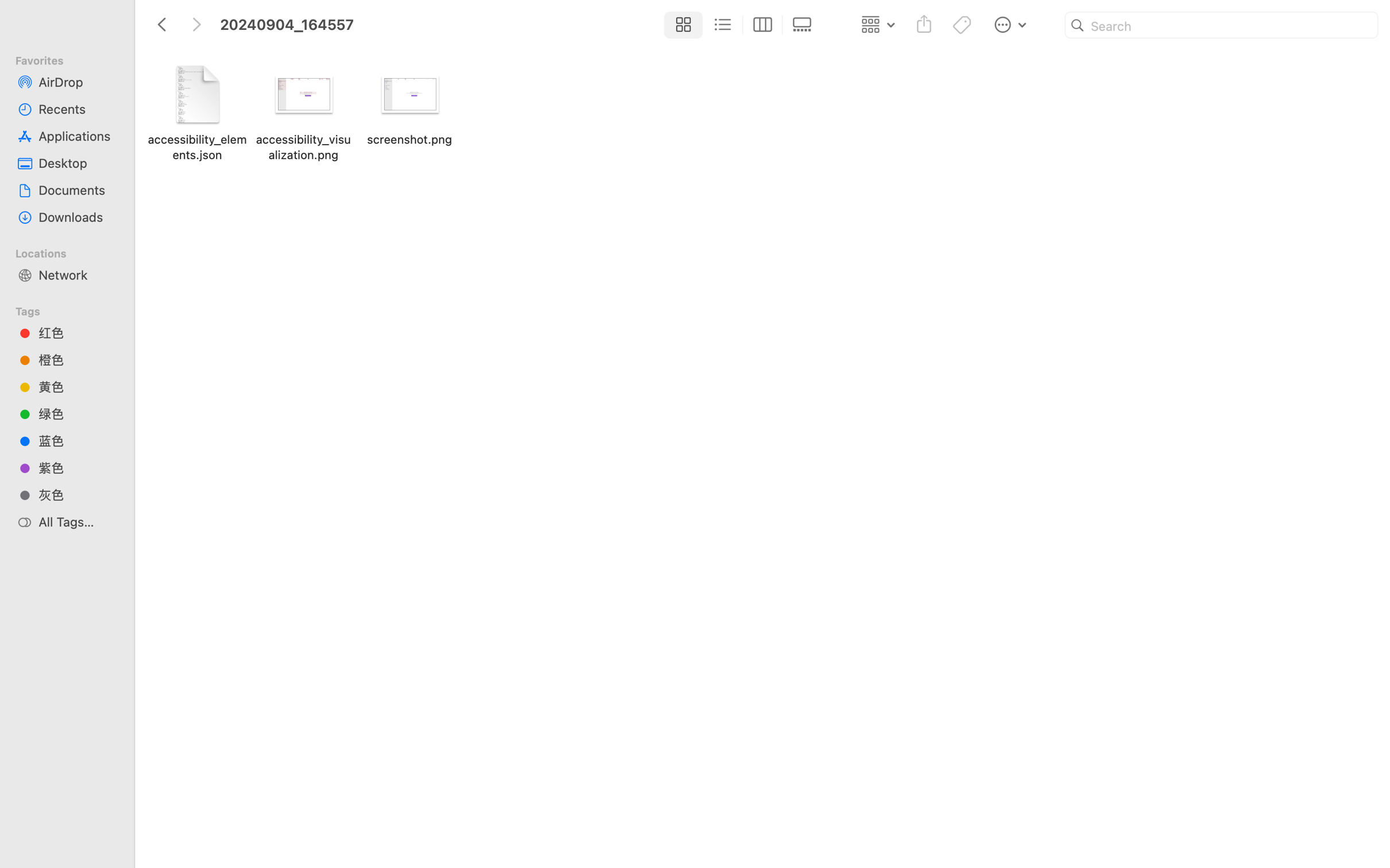 This screenshot has height=868, width=1390. Describe the element at coordinates (72, 59) in the screenshot. I see `'Favorites'` at that location.